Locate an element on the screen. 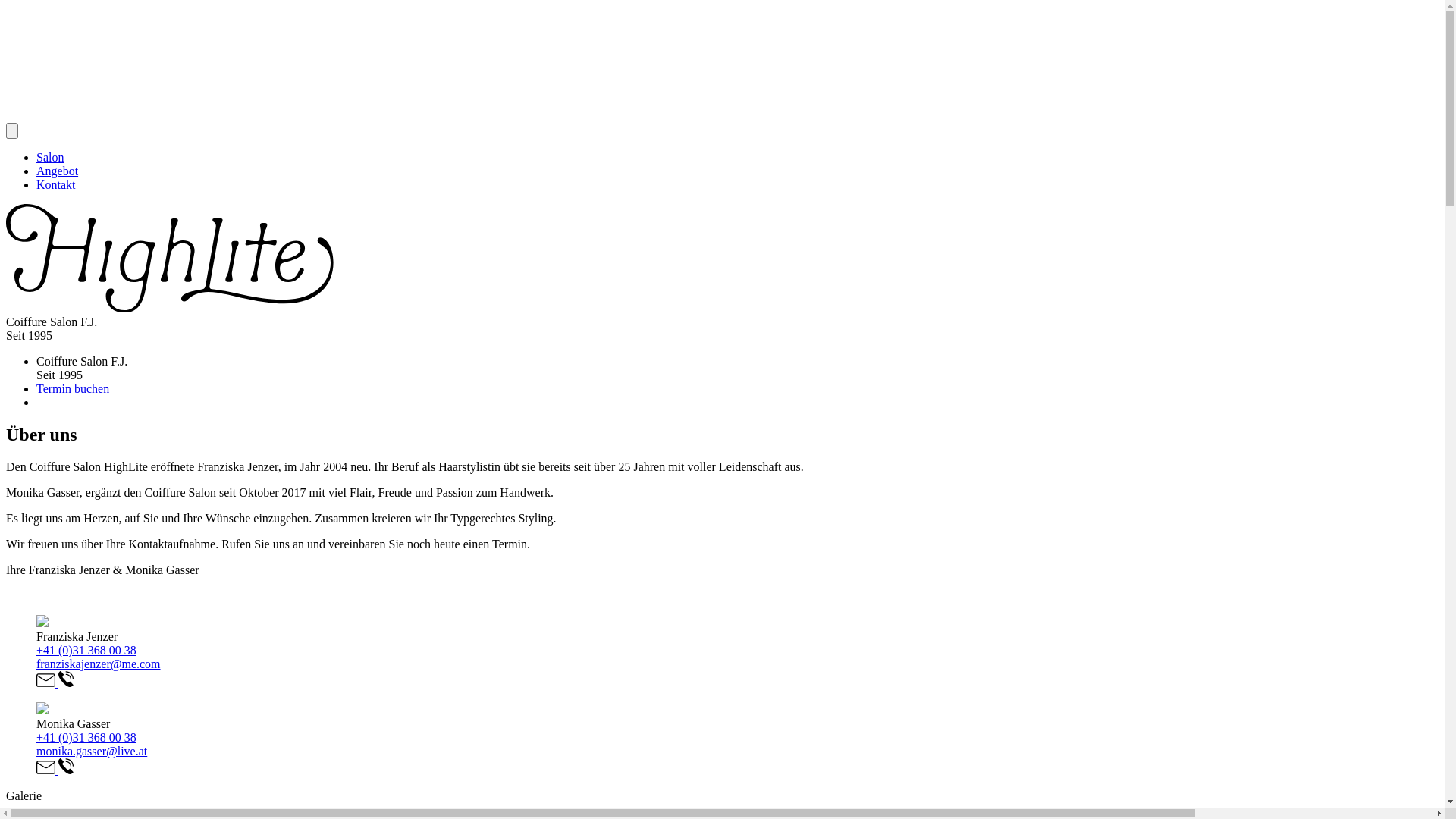 The image size is (1456, 819). '+41 (0)31 368 00 38' is located at coordinates (36, 649).